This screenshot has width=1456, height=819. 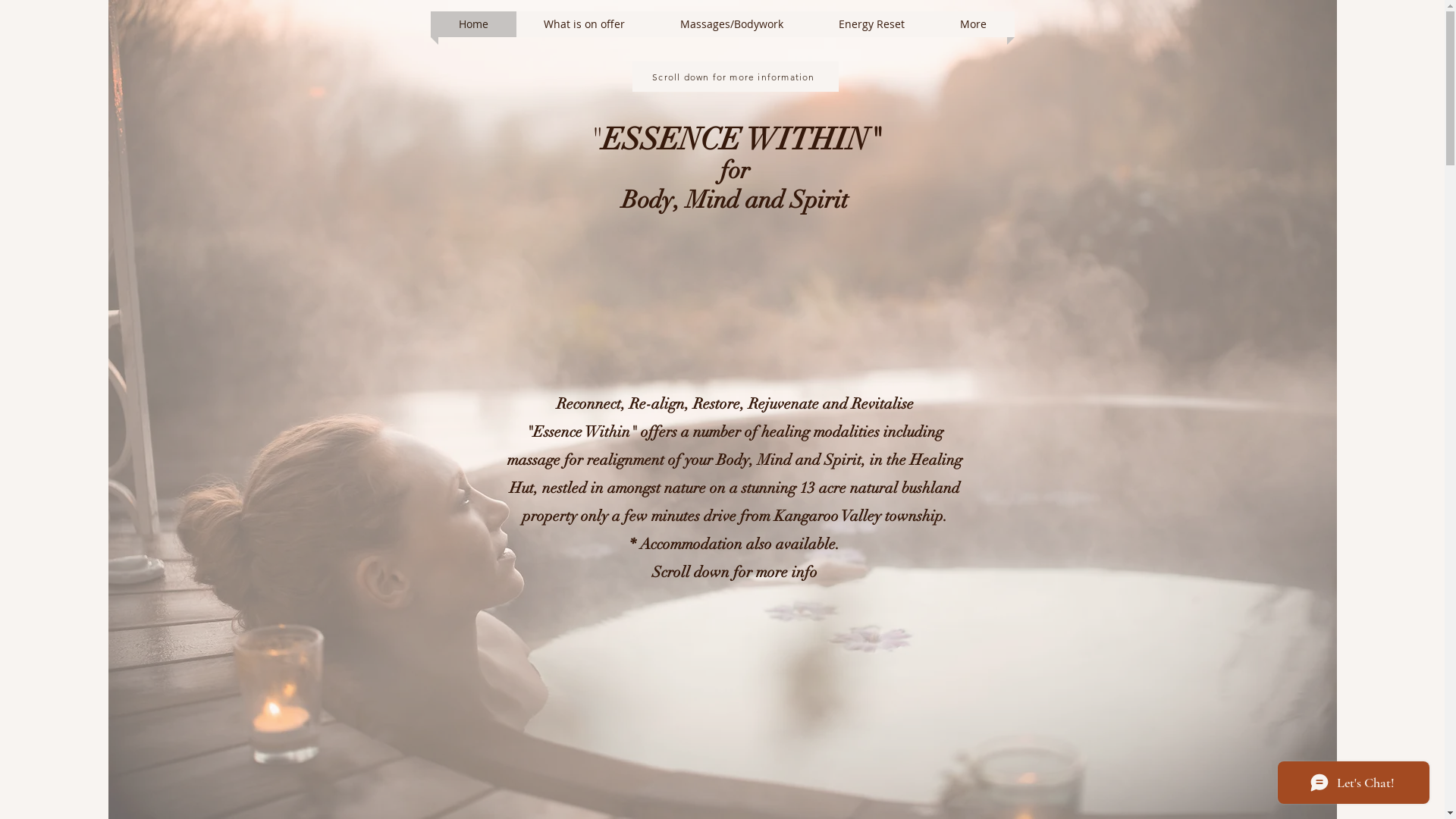 I want to click on 'Scroll down for more information', so click(x=632, y=76).